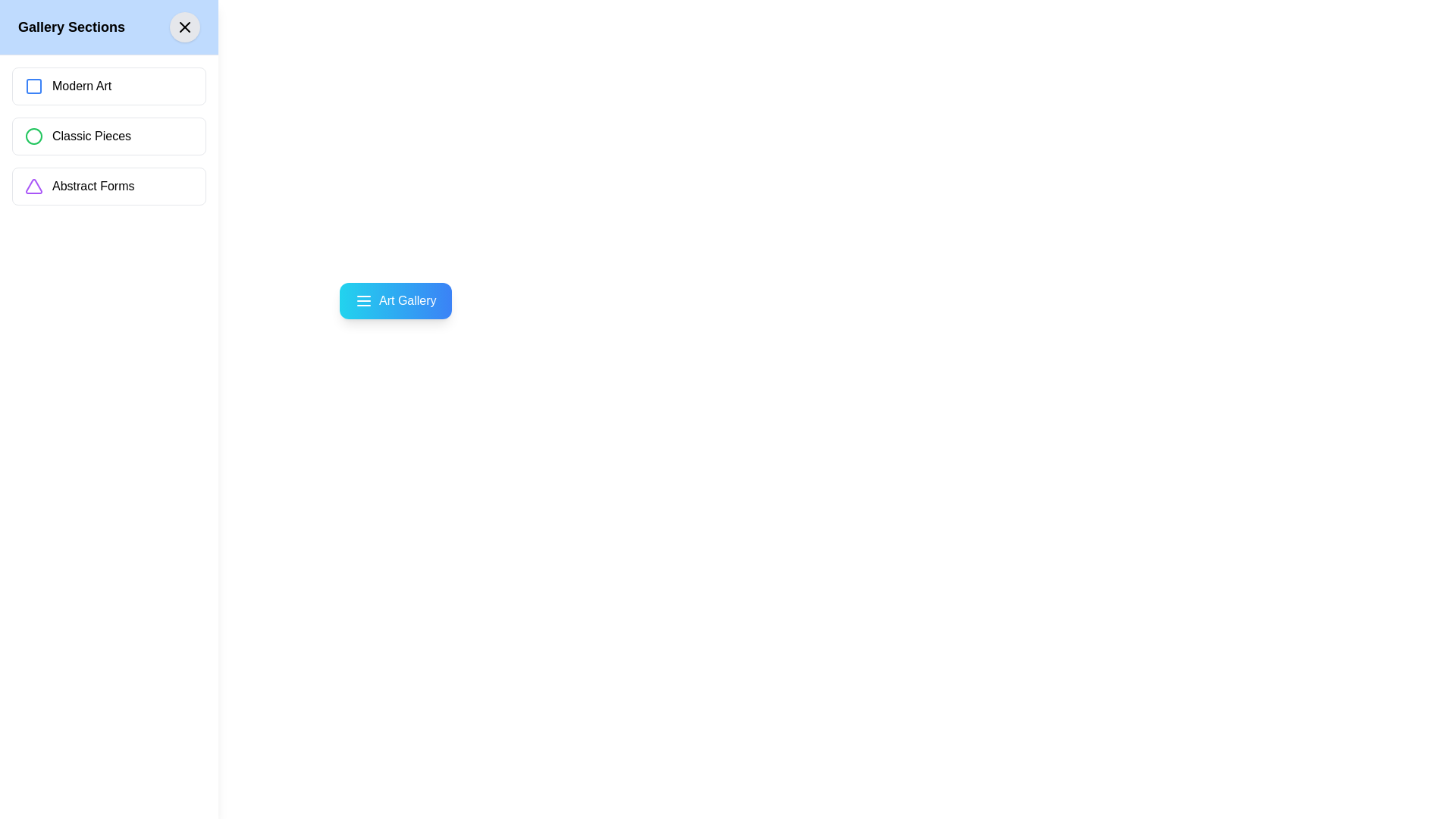  What do you see at coordinates (108, 136) in the screenshot?
I see `the gallery section Classic Pieces by clicking on its respective button` at bounding box center [108, 136].